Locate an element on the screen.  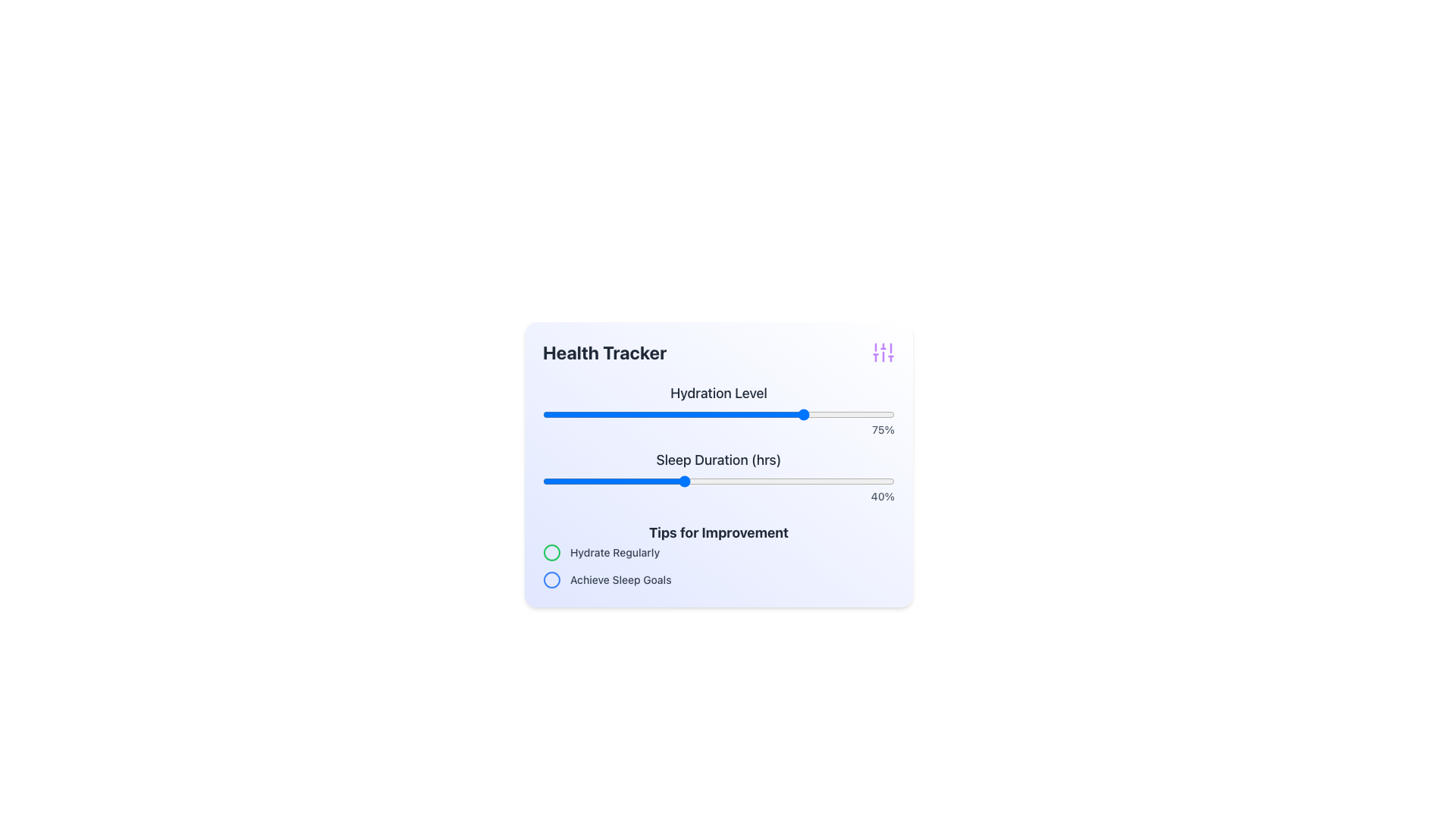
the sleep duration is located at coordinates (577, 482).